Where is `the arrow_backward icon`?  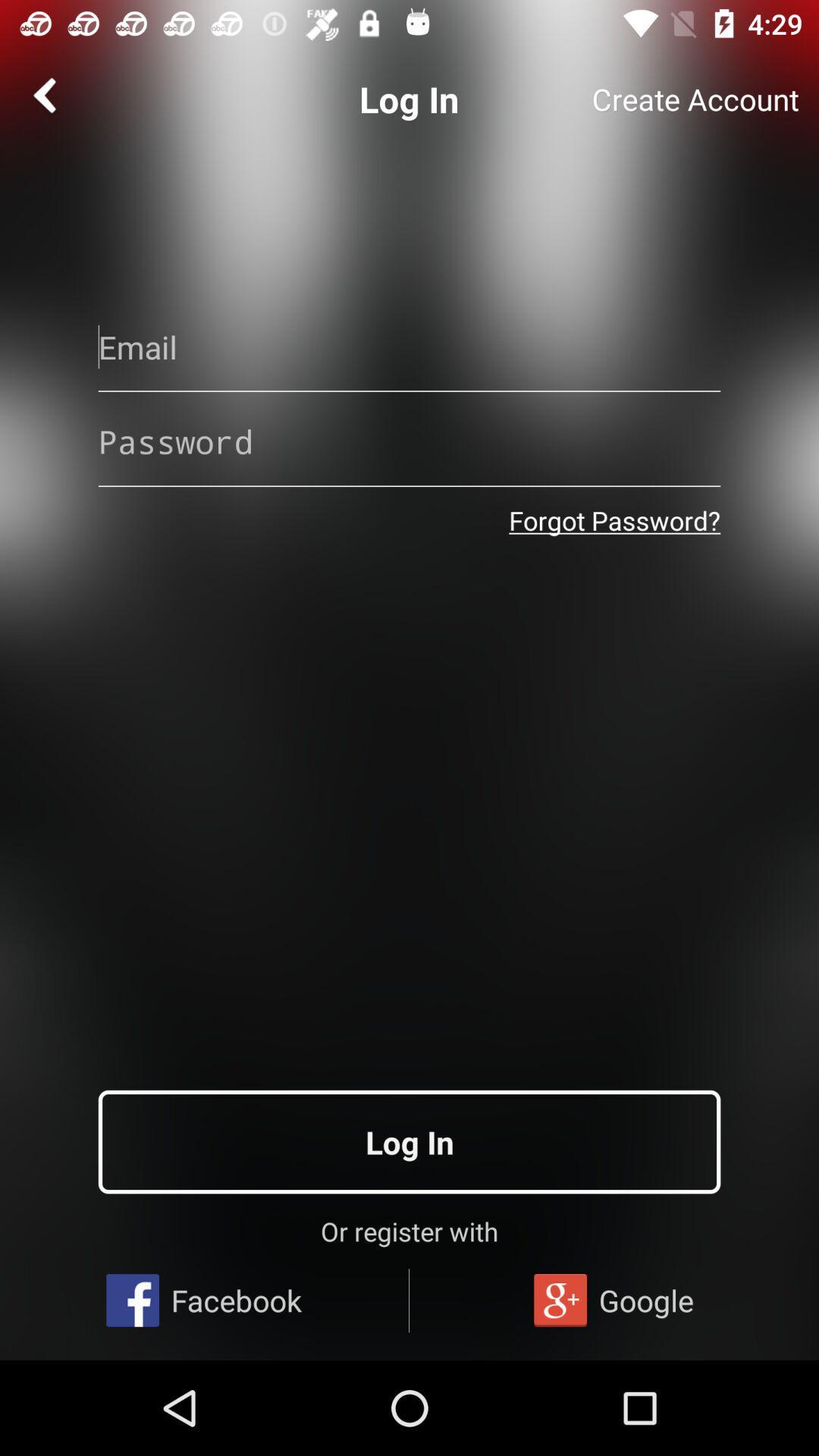
the arrow_backward icon is located at coordinates (46, 94).